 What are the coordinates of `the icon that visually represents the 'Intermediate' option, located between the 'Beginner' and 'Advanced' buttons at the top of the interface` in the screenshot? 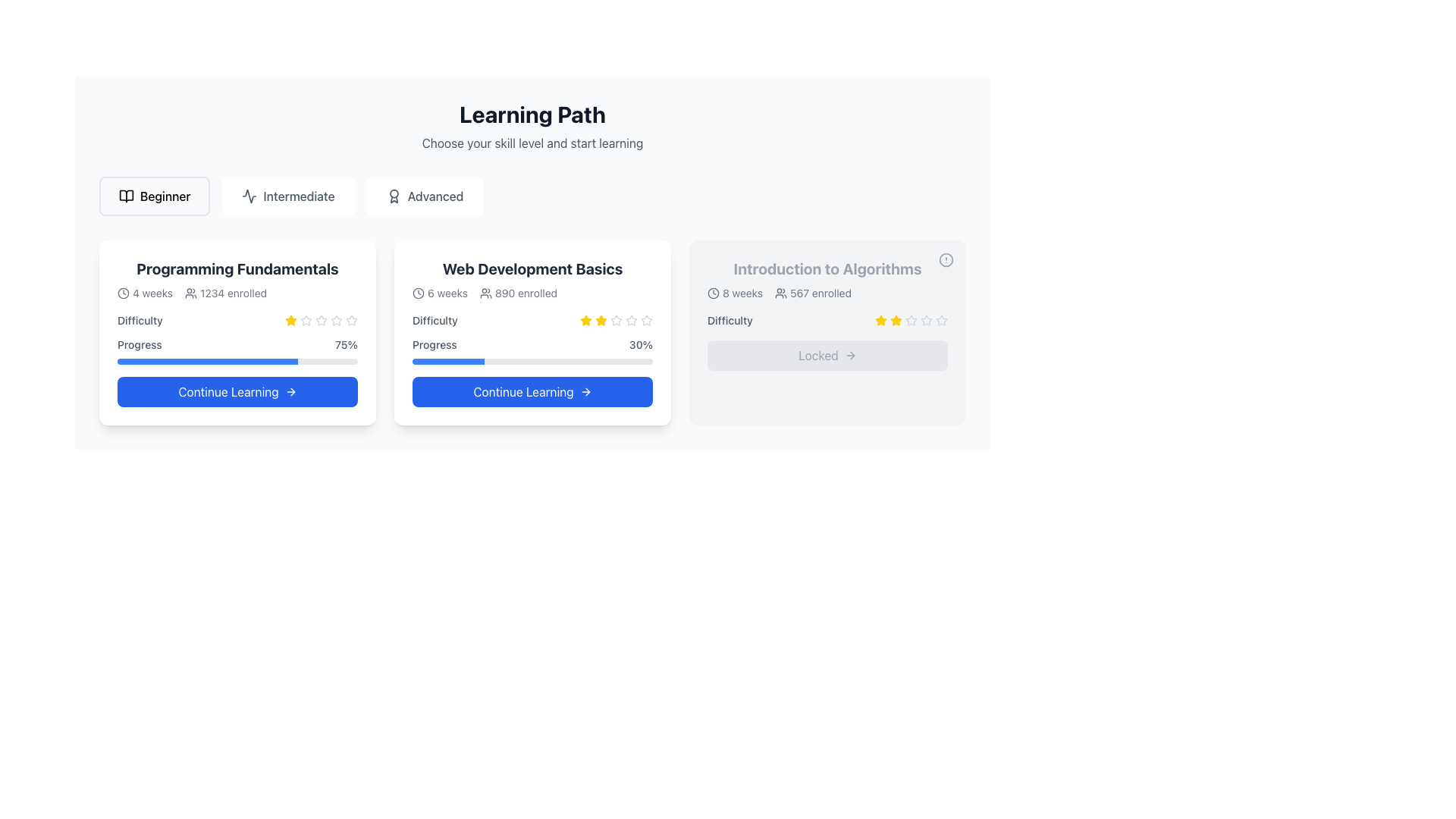 It's located at (249, 195).